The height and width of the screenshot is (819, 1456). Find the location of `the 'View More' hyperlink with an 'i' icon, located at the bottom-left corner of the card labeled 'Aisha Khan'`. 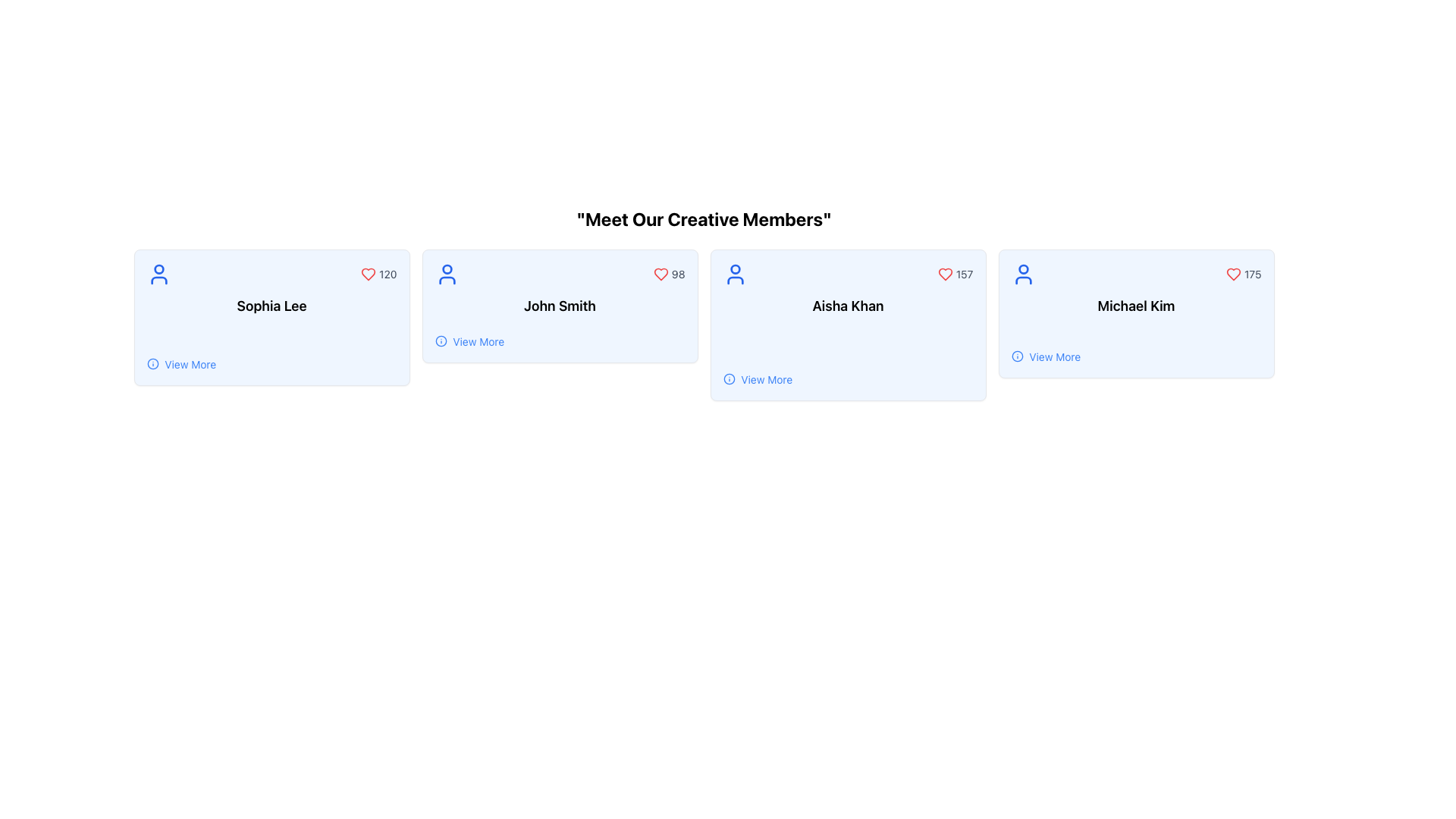

the 'View More' hyperlink with an 'i' icon, located at the bottom-left corner of the card labeled 'Aisha Khan' is located at coordinates (758, 378).